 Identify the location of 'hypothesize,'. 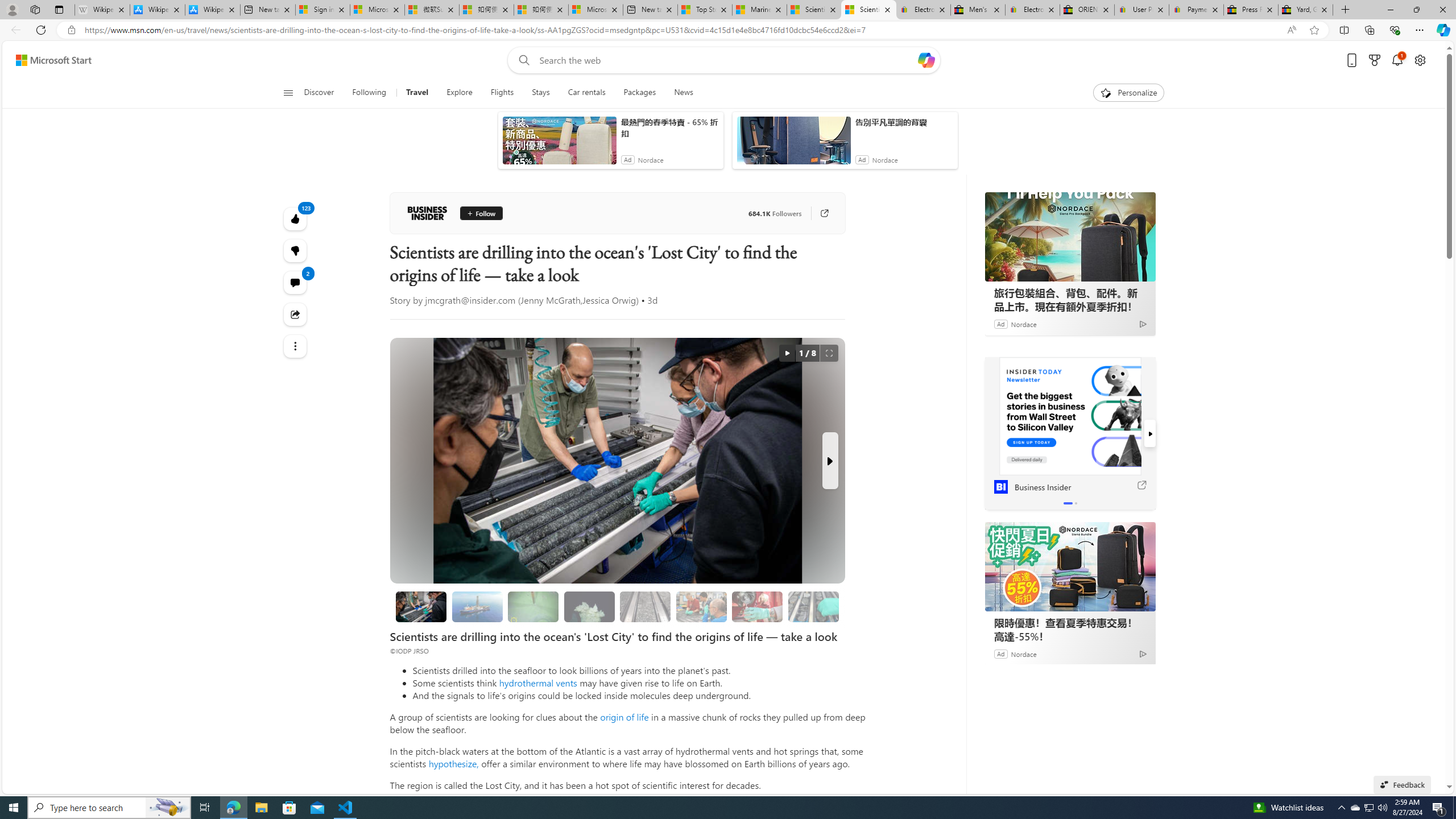
(453, 763).